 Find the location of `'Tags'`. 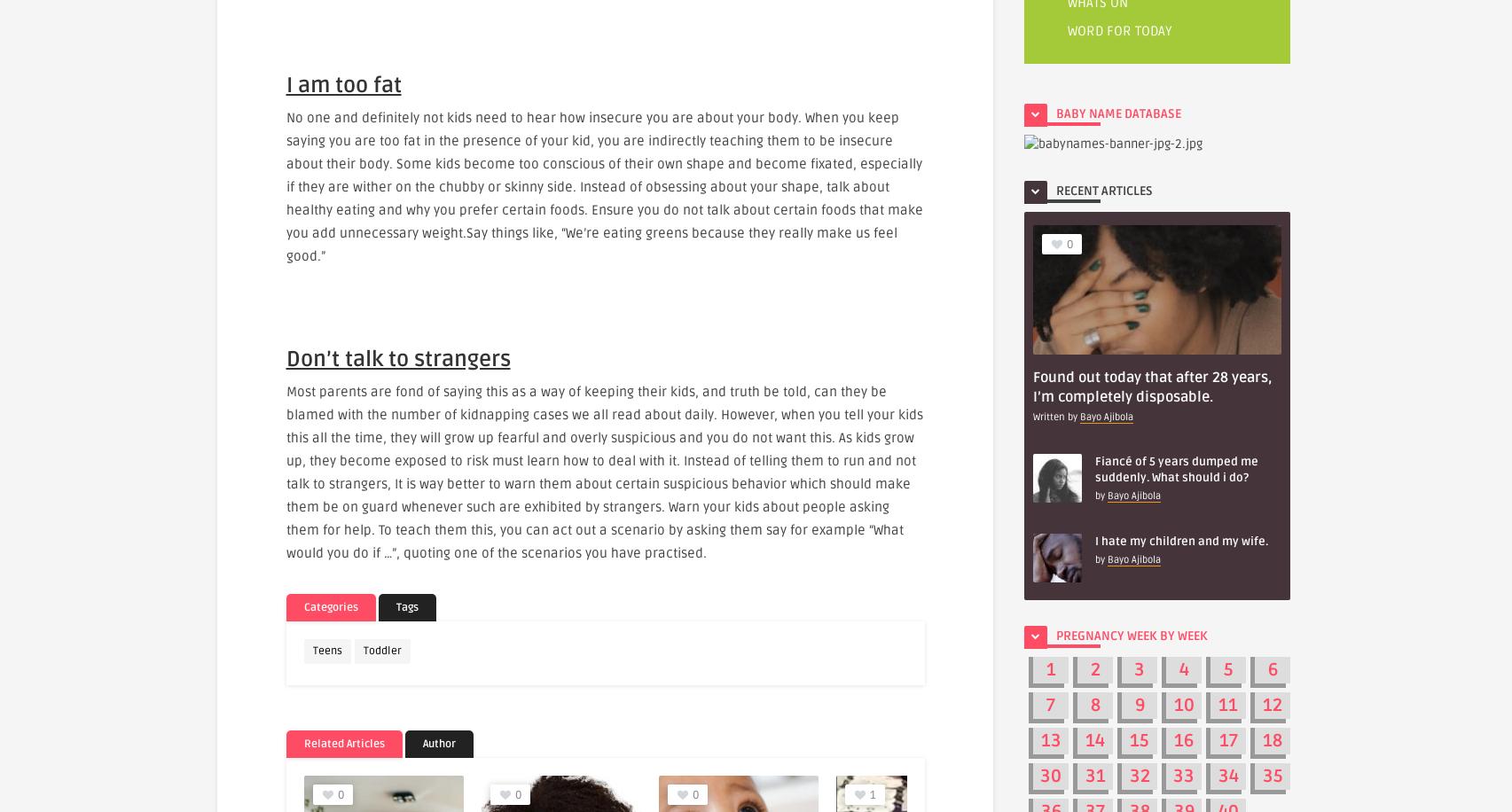

'Tags' is located at coordinates (395, 605).